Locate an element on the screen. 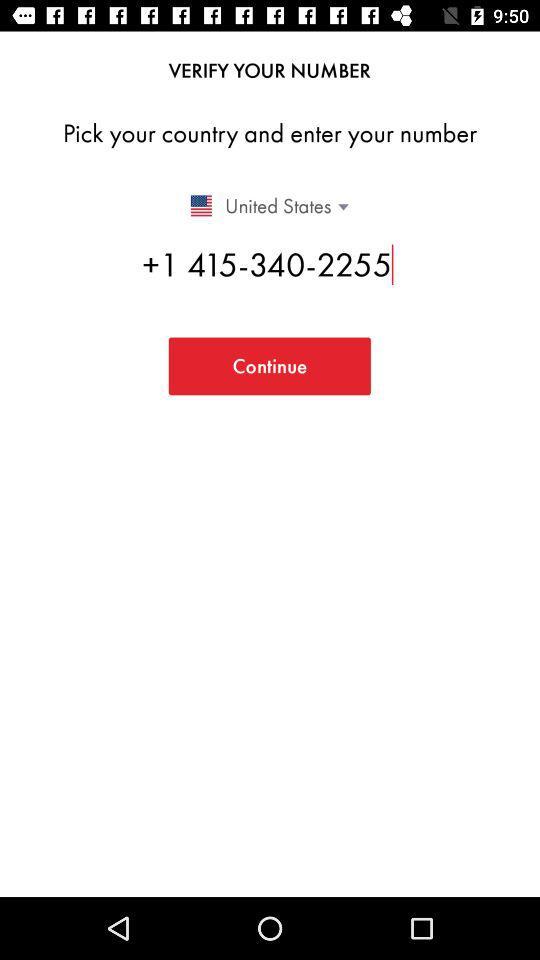 Image resolution: width=540 pixels, height=960 pixels. the continue is located at coordinates (269, 365).